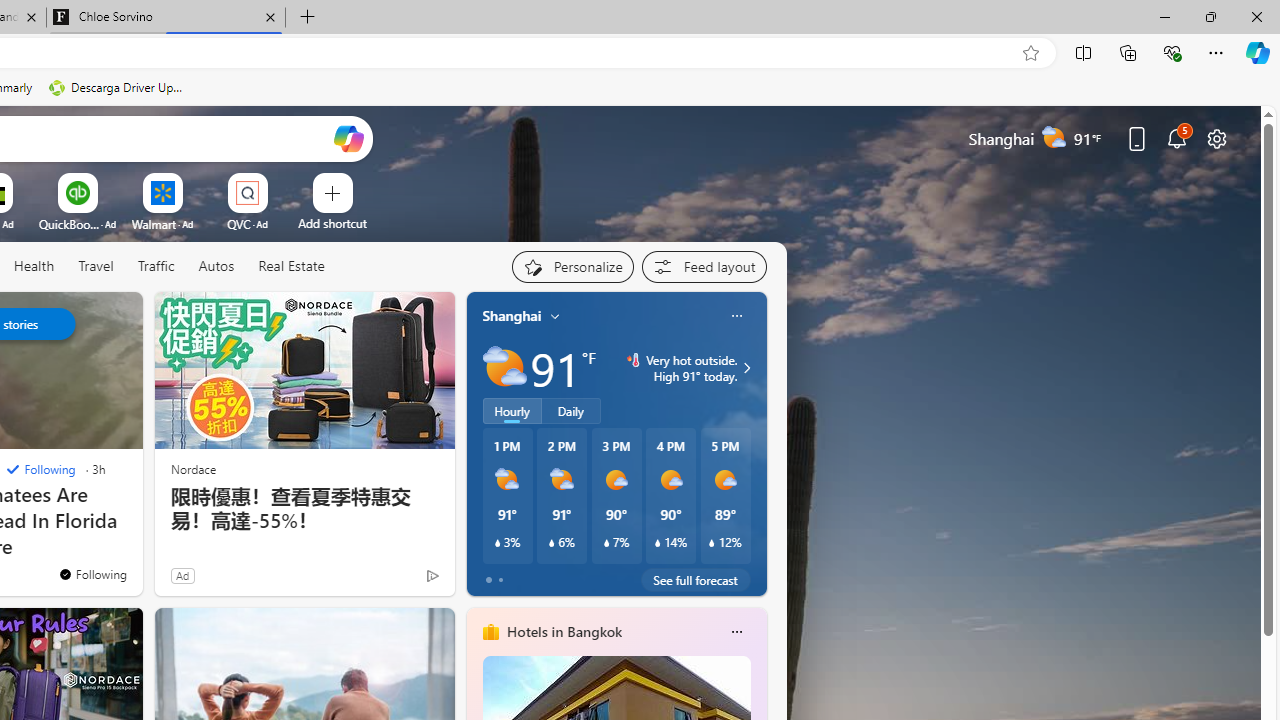  I want to click on 'Following', so click(40, 469).